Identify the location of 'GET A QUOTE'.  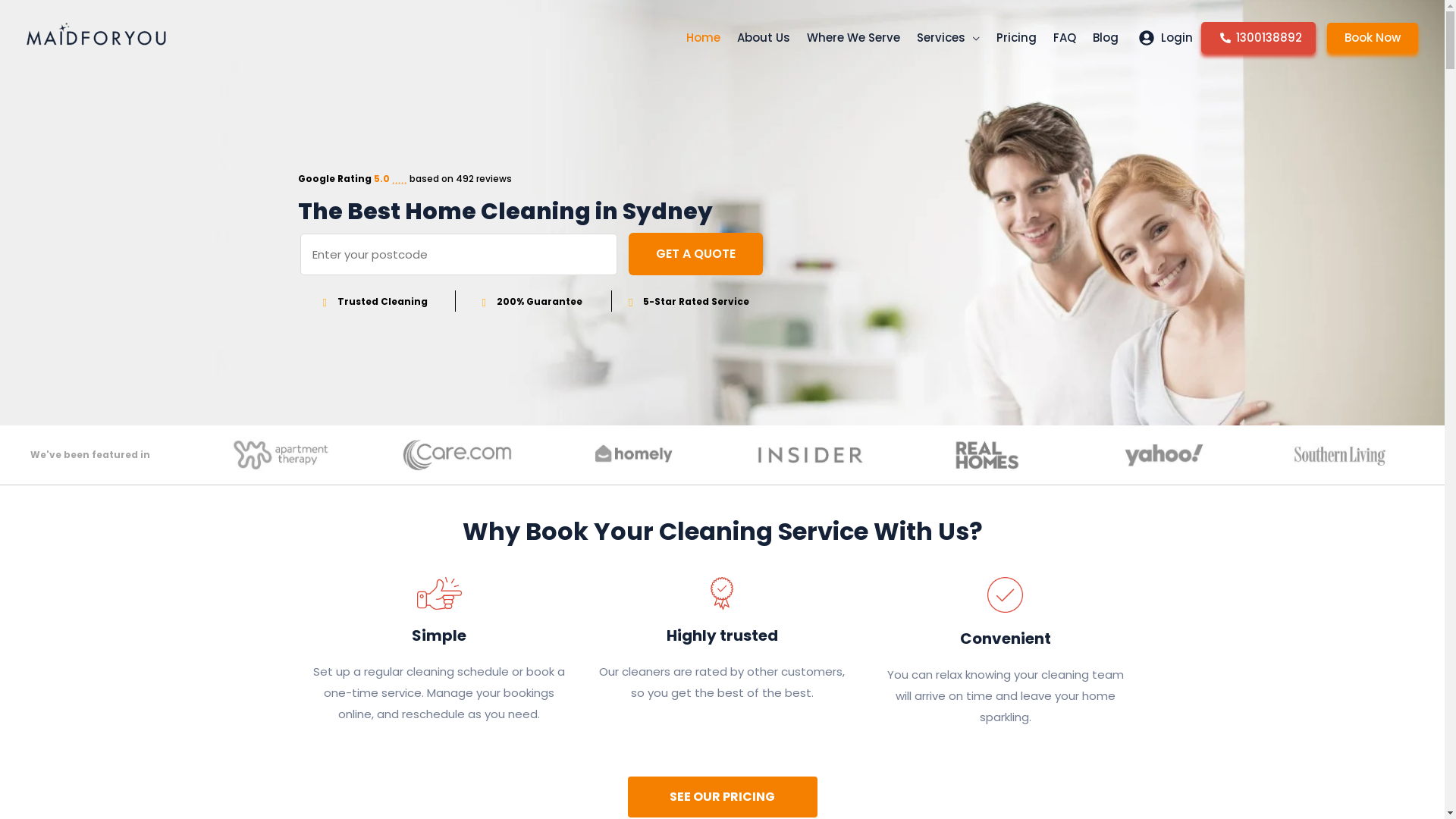
(695, 253).